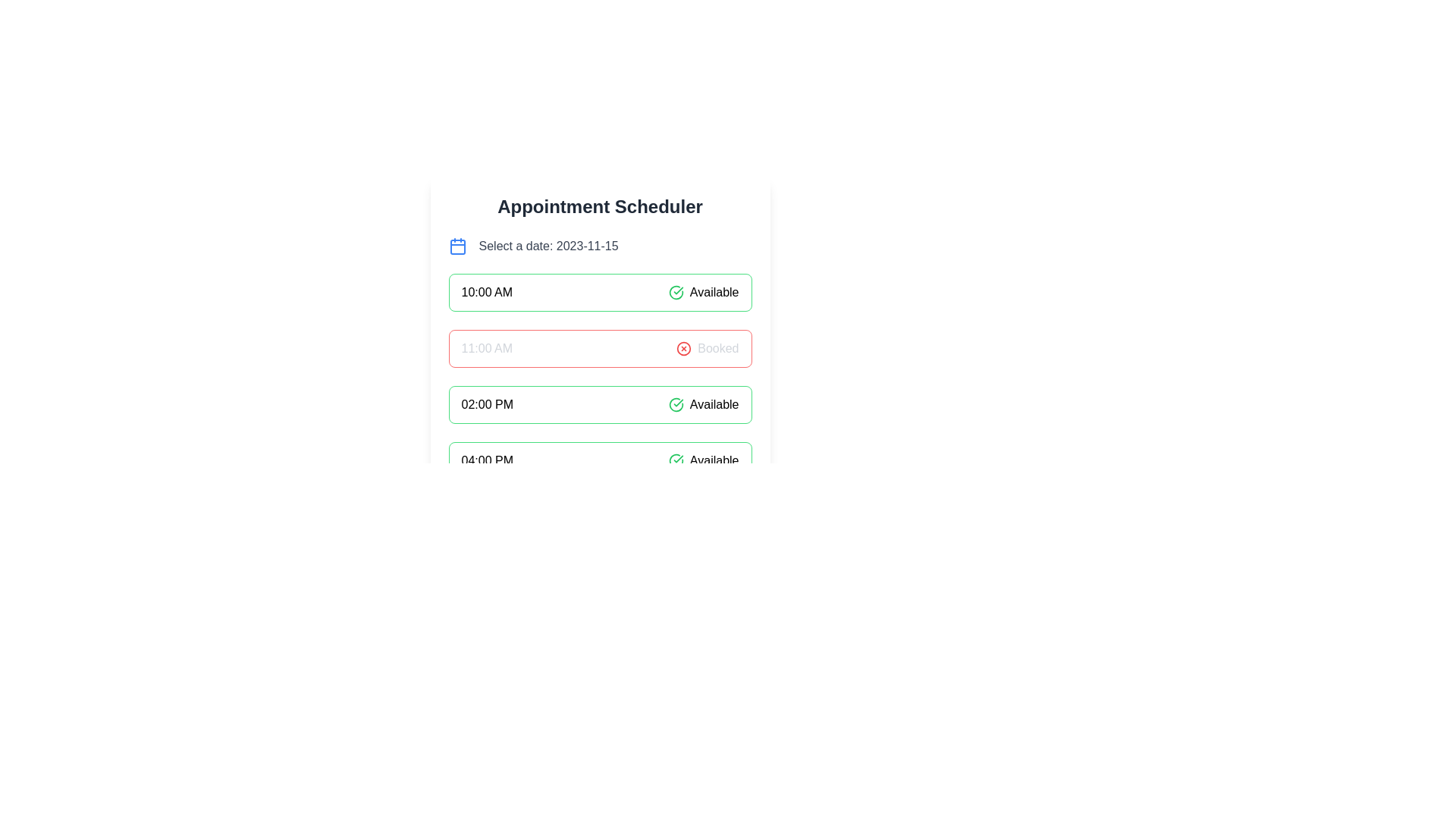 The width and height of the screenshot is (1456, 819). I want to click on the availability status indicator text located to the right of the green checkmark icon in the fourth time slot item representing '04:00 PM', so click(714, 460).